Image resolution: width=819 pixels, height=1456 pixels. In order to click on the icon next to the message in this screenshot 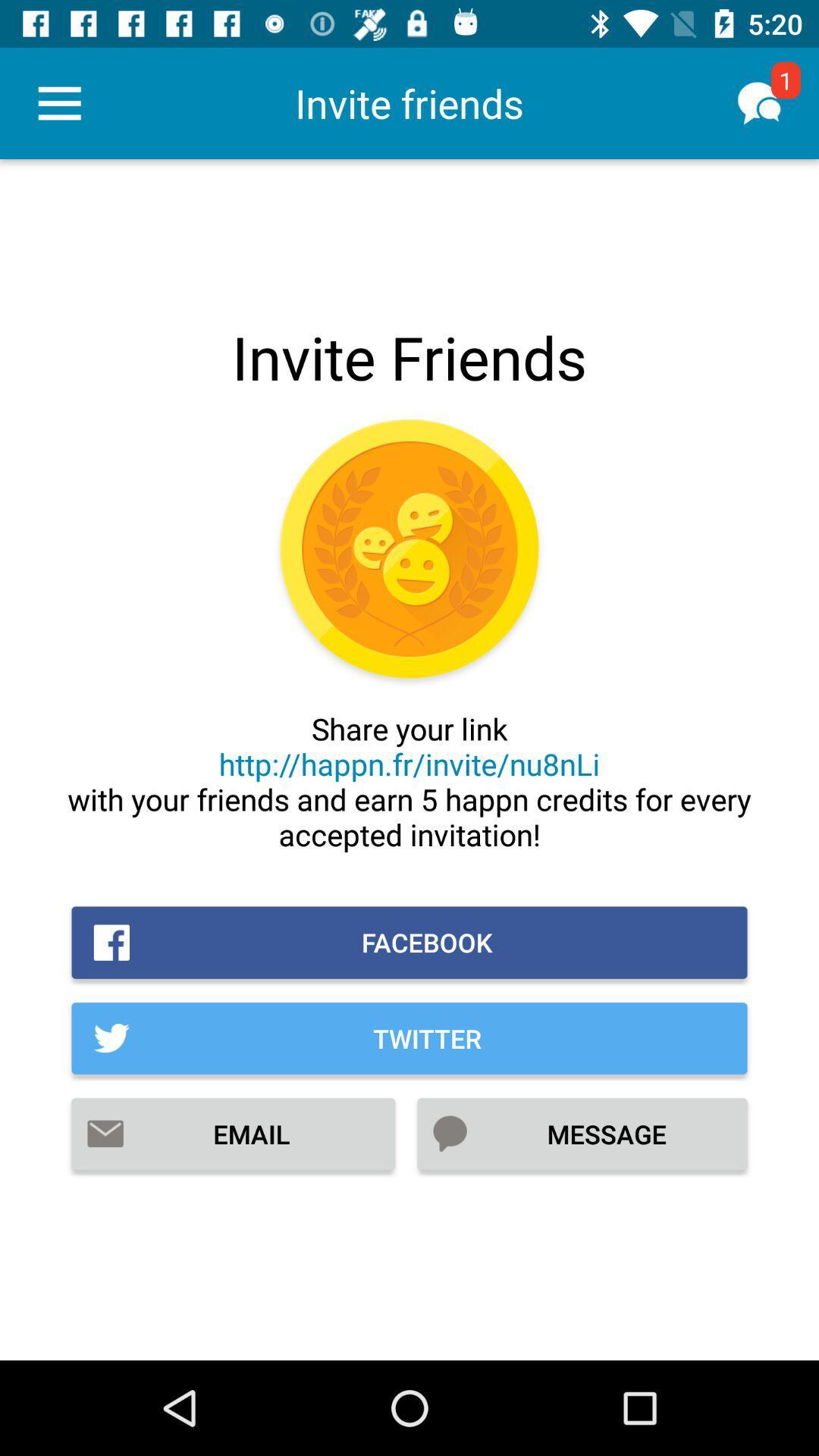, I will do `click(233, 1134)`.